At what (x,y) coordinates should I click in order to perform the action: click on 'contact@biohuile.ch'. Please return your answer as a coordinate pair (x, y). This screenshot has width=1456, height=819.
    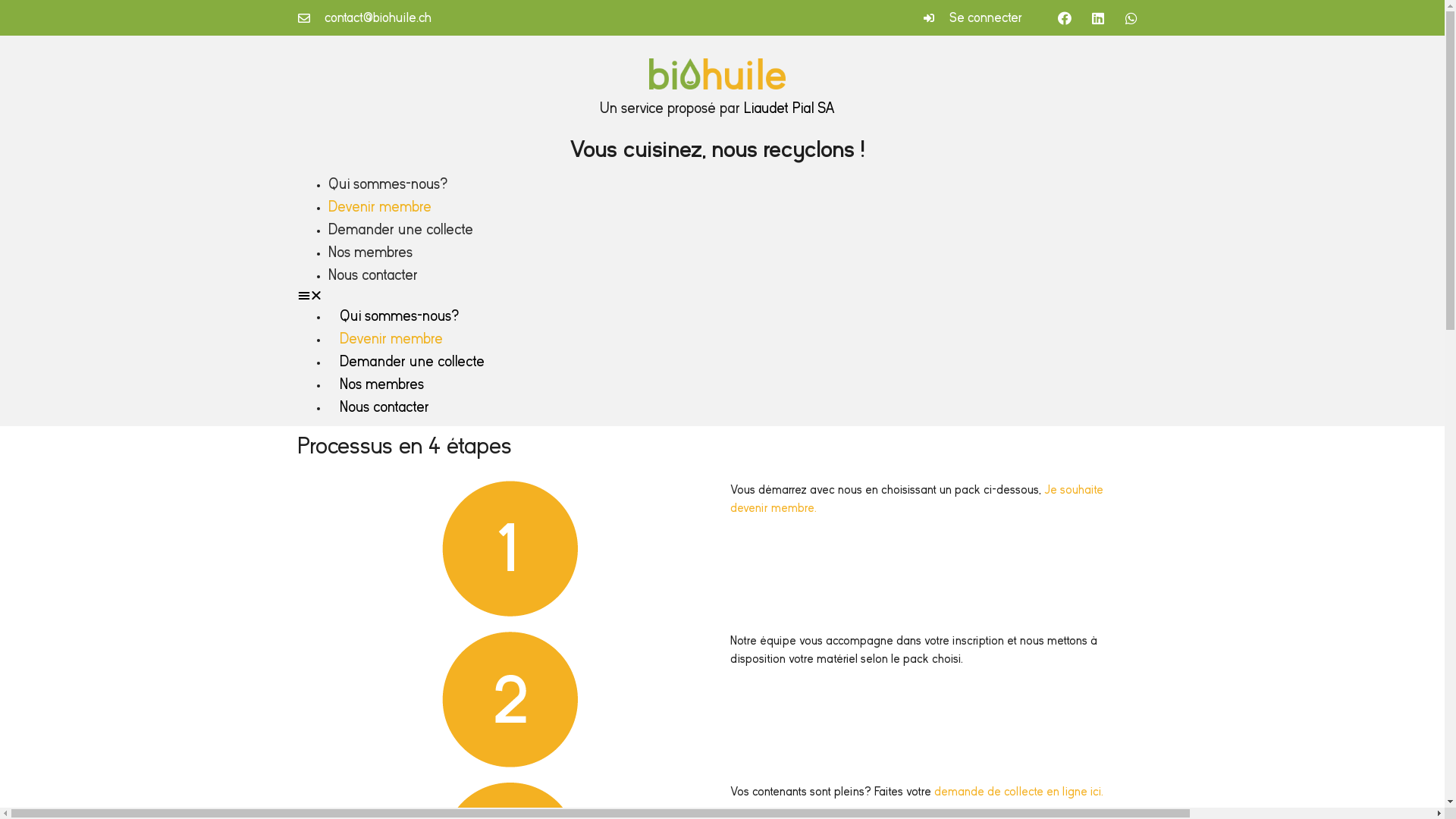
    Looking at the image, I should click on (364, 17).